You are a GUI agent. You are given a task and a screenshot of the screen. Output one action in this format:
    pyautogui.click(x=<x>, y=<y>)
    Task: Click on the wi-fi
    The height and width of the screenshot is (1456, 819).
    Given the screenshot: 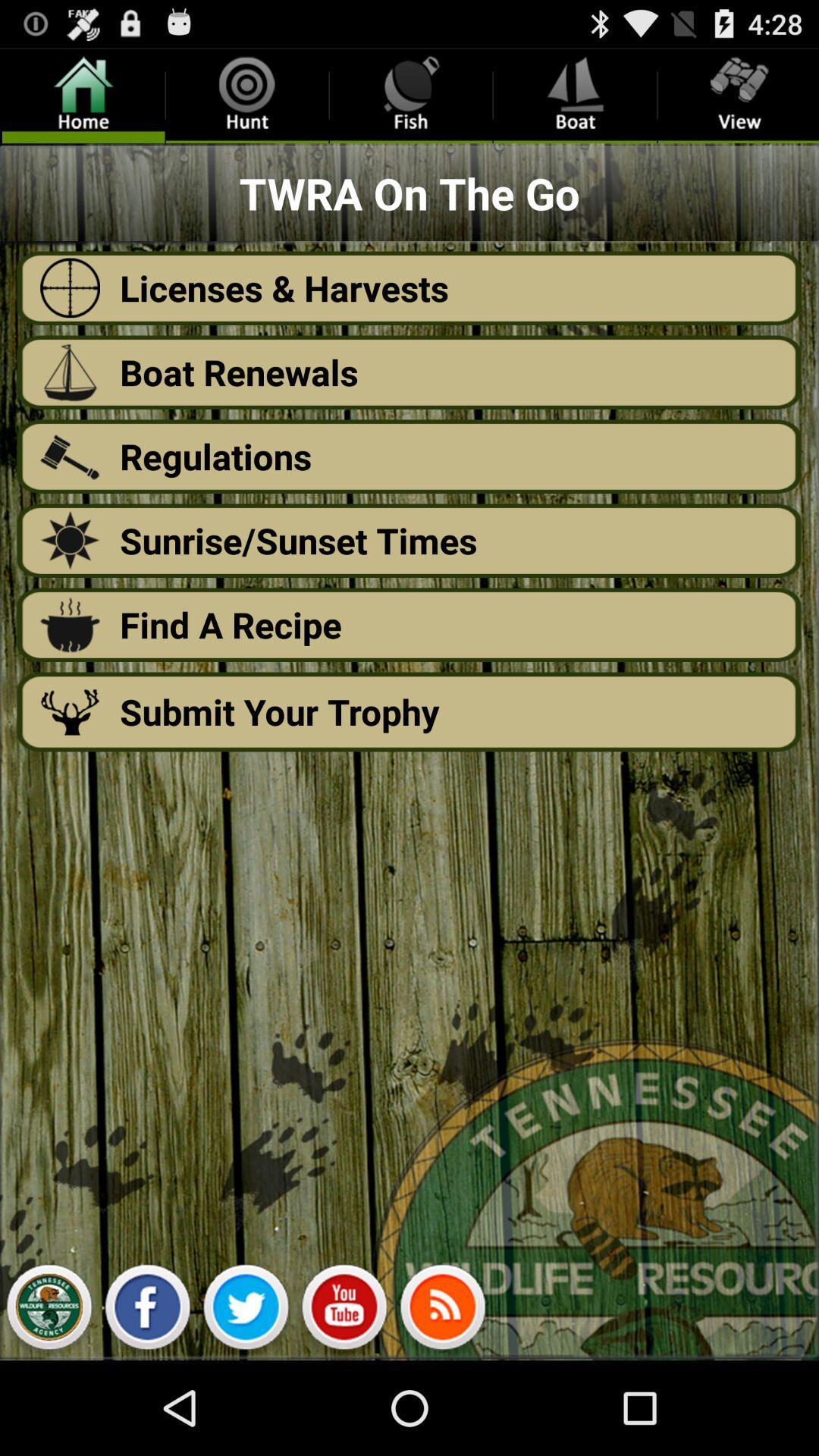 What is the action you would take?
    pyautogui.click(x=442, y=1310)
    